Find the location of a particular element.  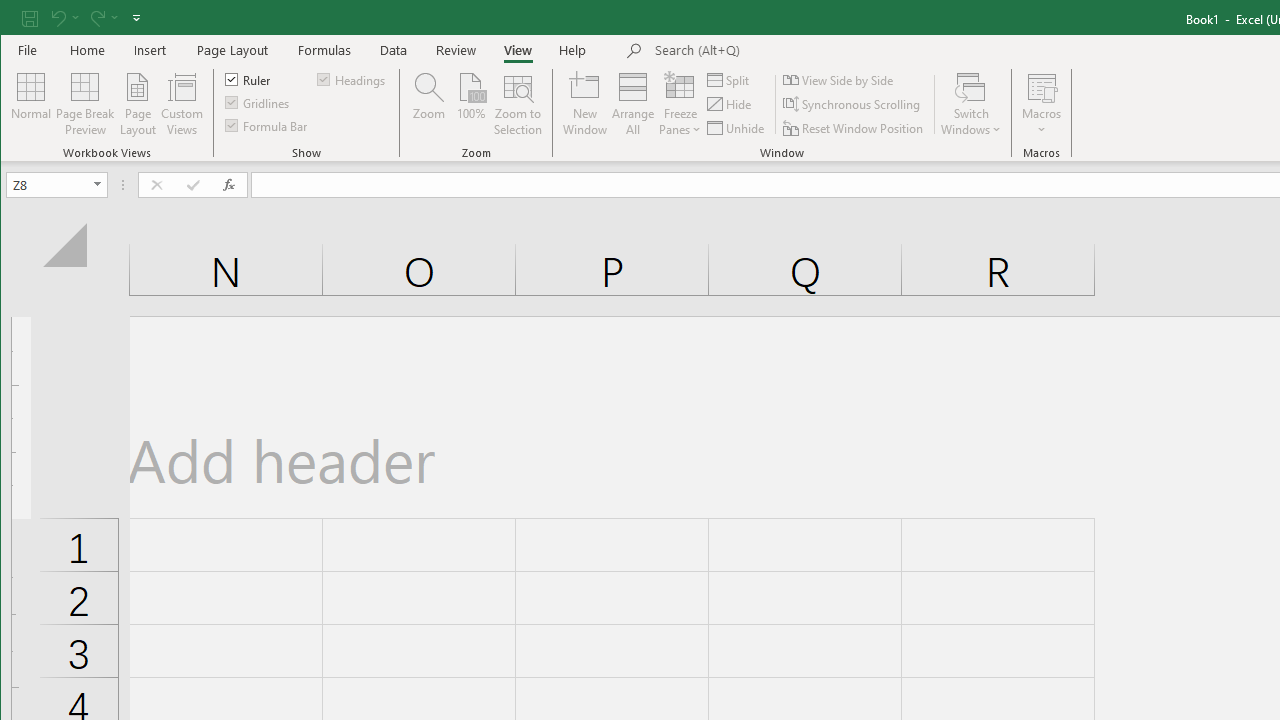

'Split' is located at coordinates (729, 79).